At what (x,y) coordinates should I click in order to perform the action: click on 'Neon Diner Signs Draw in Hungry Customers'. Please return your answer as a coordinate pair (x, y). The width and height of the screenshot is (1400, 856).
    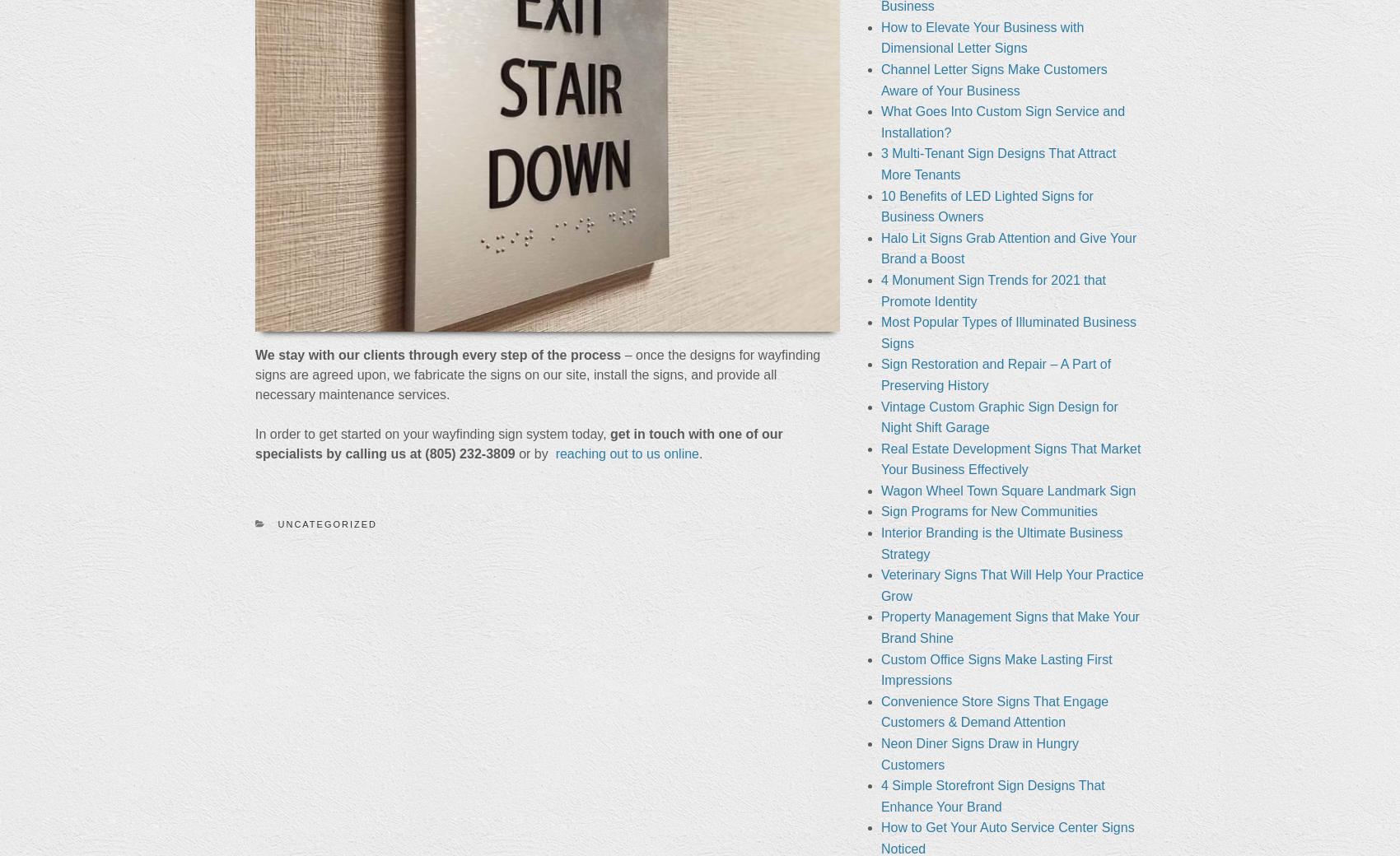
    Looking at the image, I should click on (880, 754).